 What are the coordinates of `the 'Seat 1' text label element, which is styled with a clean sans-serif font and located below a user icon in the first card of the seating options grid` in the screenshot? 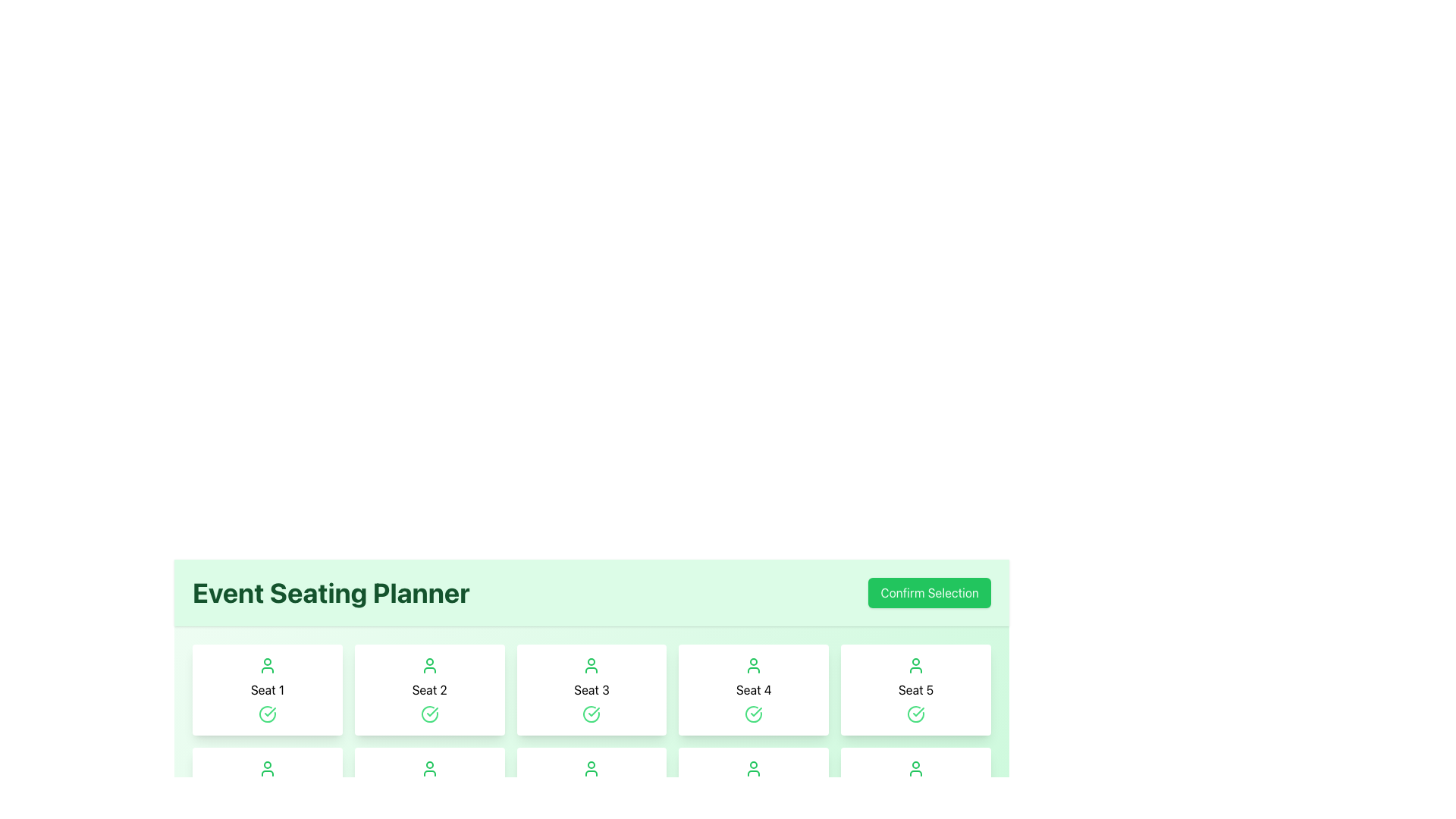 It's located at (267, 690).